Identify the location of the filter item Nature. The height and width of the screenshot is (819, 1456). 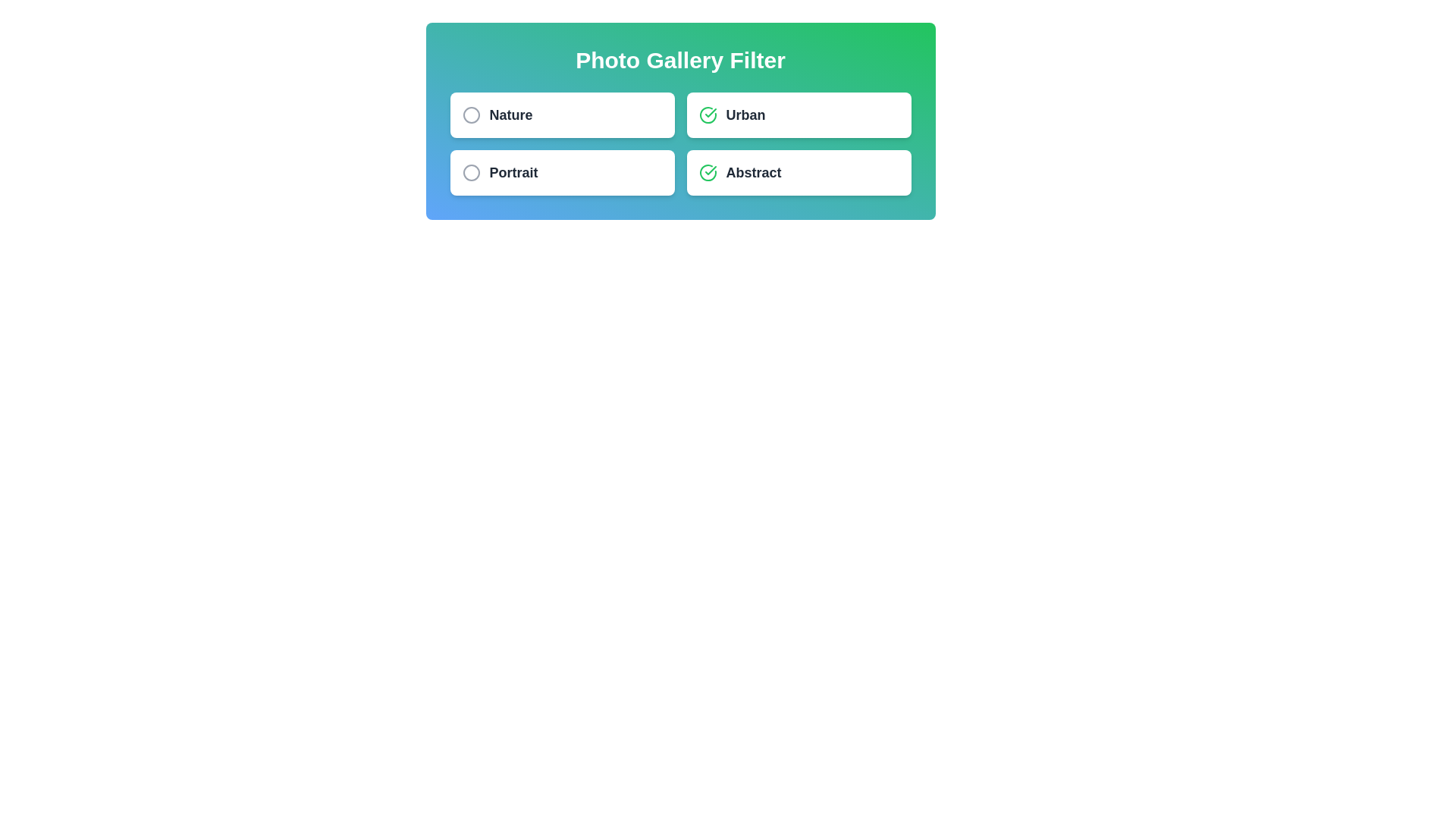
(561, 114).